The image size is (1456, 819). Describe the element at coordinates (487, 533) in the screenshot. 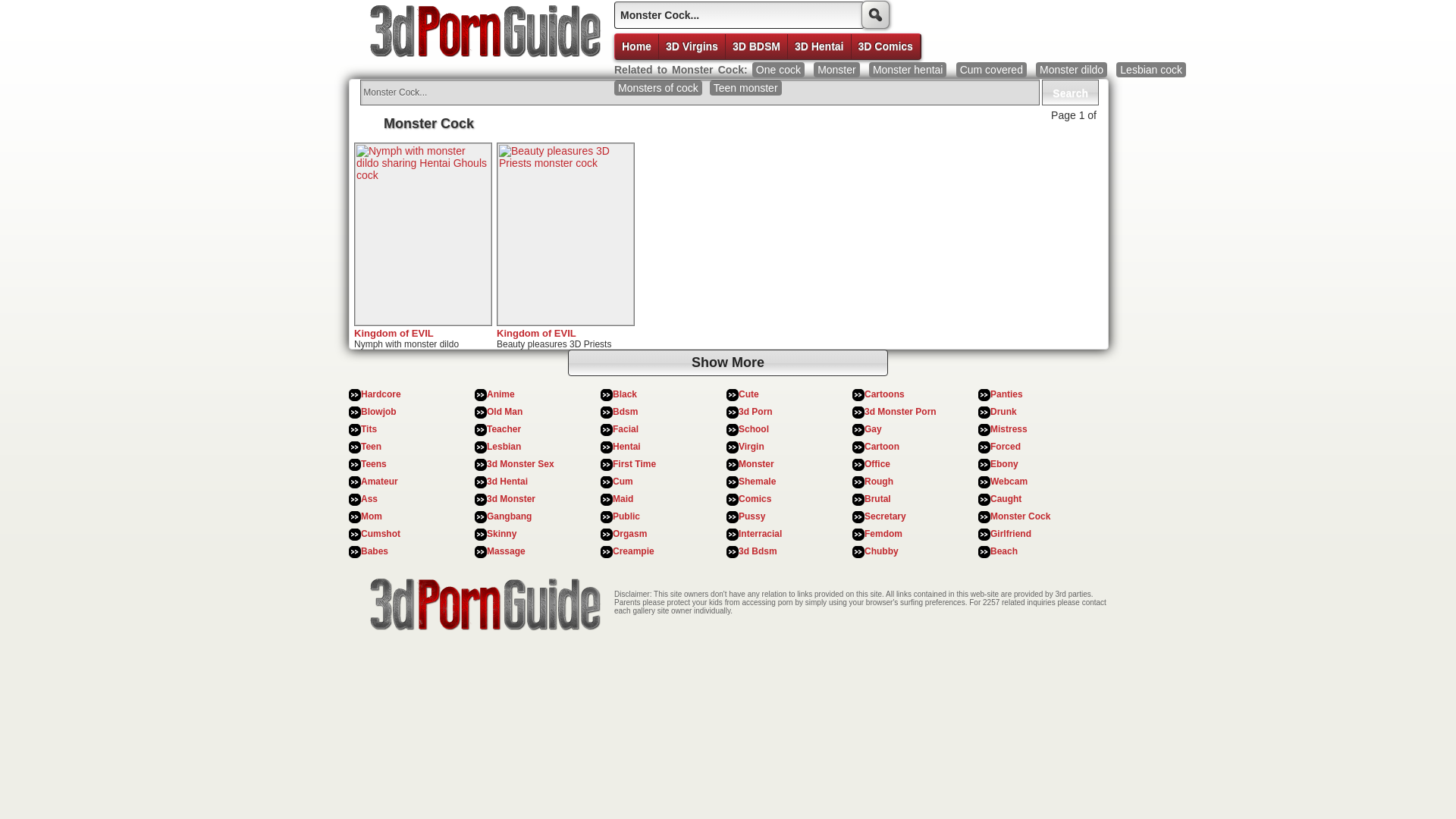

I see `'Skinny'` at that location.